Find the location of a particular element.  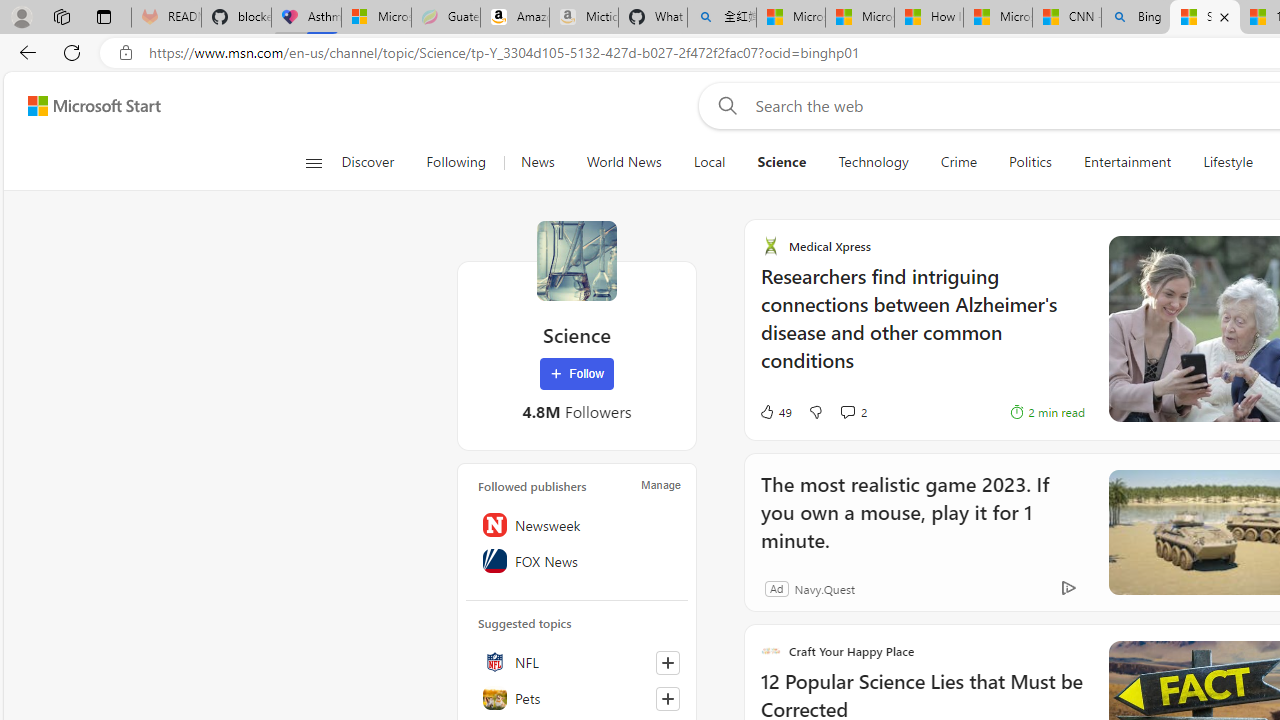

'Web search' is located at coordinates (723, 105).